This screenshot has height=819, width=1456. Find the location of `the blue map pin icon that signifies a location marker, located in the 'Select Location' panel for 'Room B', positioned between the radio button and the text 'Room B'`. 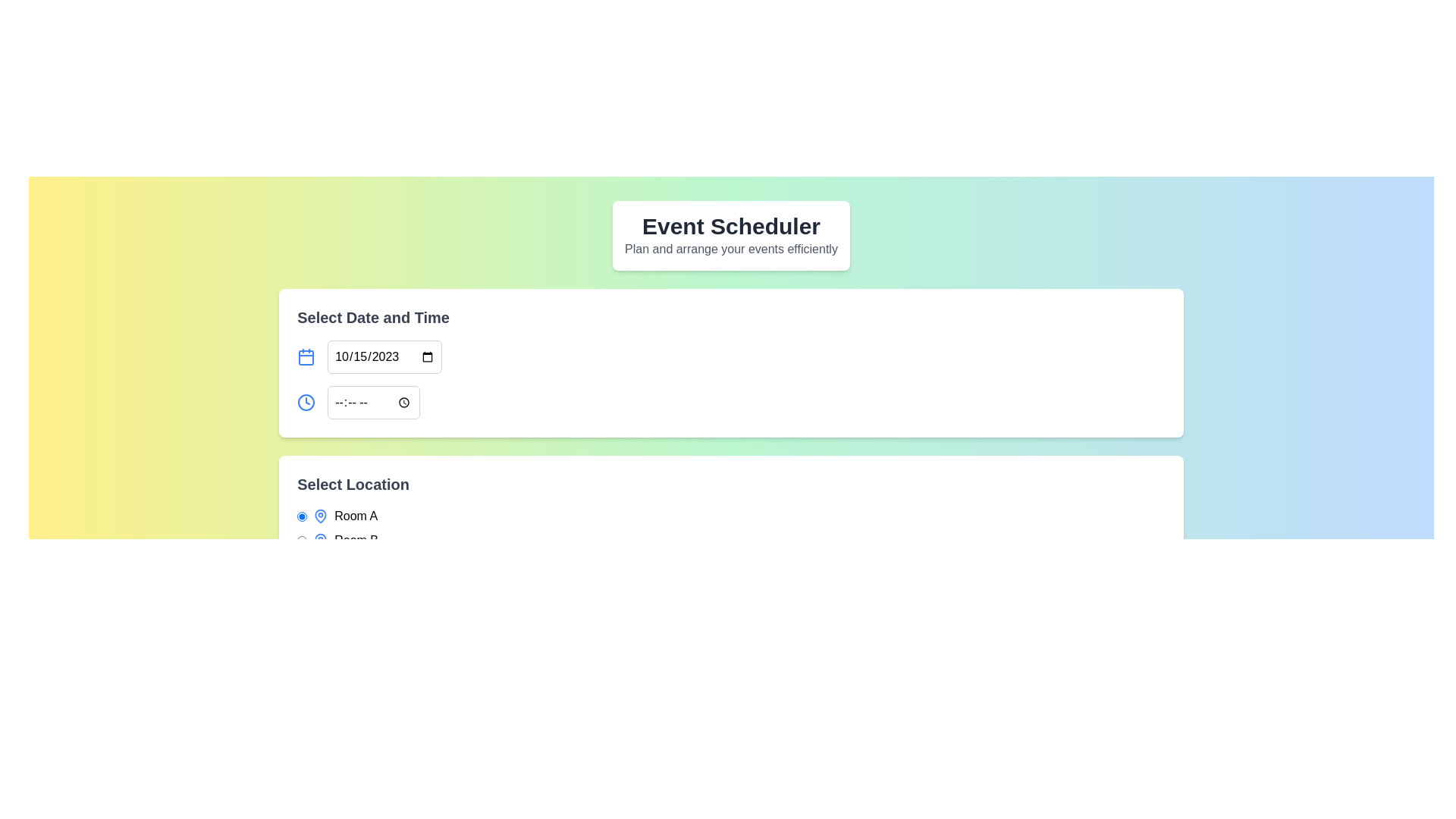

the blue map pin icon that signifies a location marker, located in the 'Select Location' panel for 'Room B', positioned between the radio button and the text 'Room B' is located at coordinates (320, 540).